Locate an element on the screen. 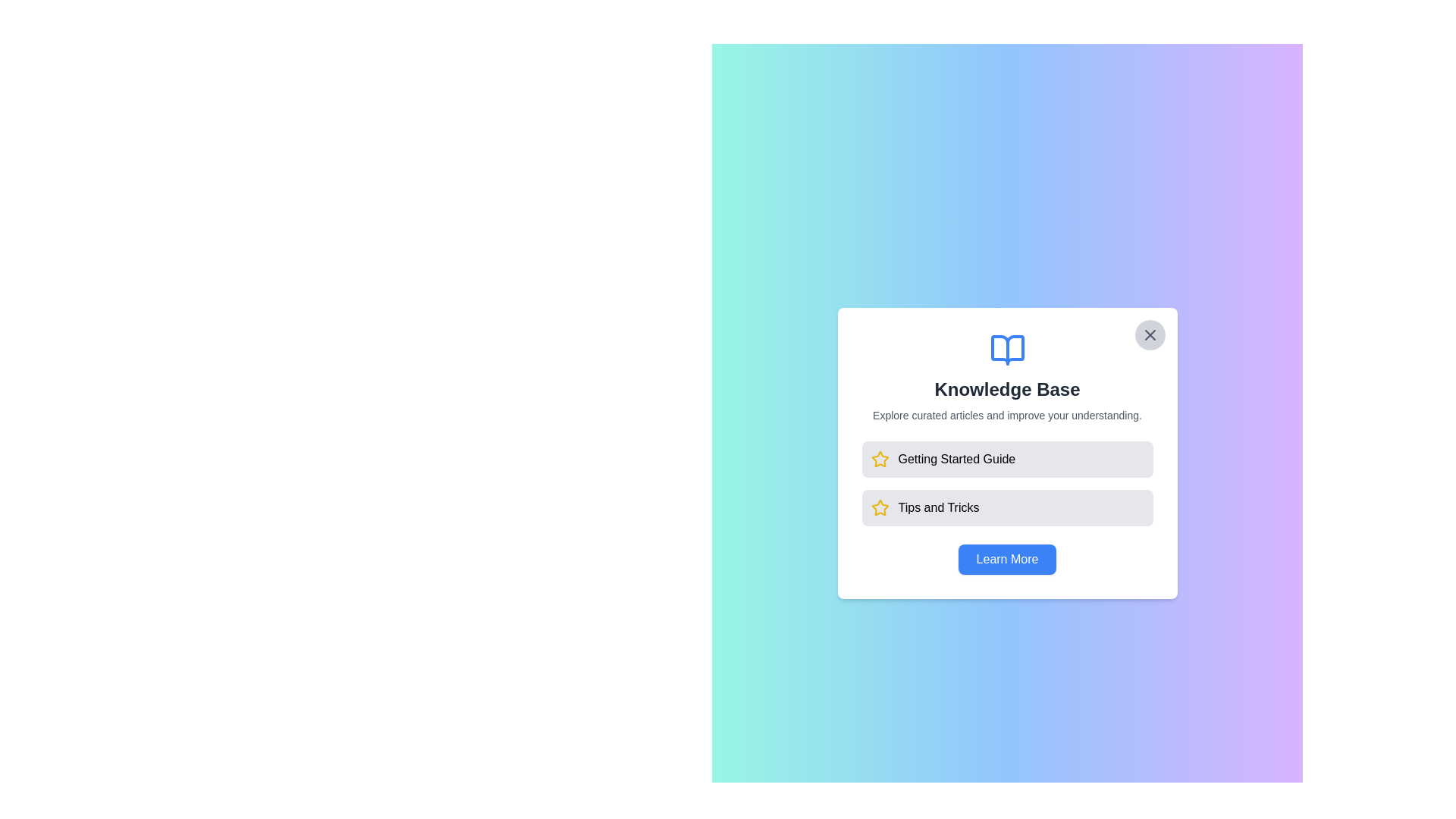  the information displayed in the informational header section titled 'Knowledge Base' which contains an icon of an open book, a bold title, and a subtitle is located at coordinates (1007, 376).